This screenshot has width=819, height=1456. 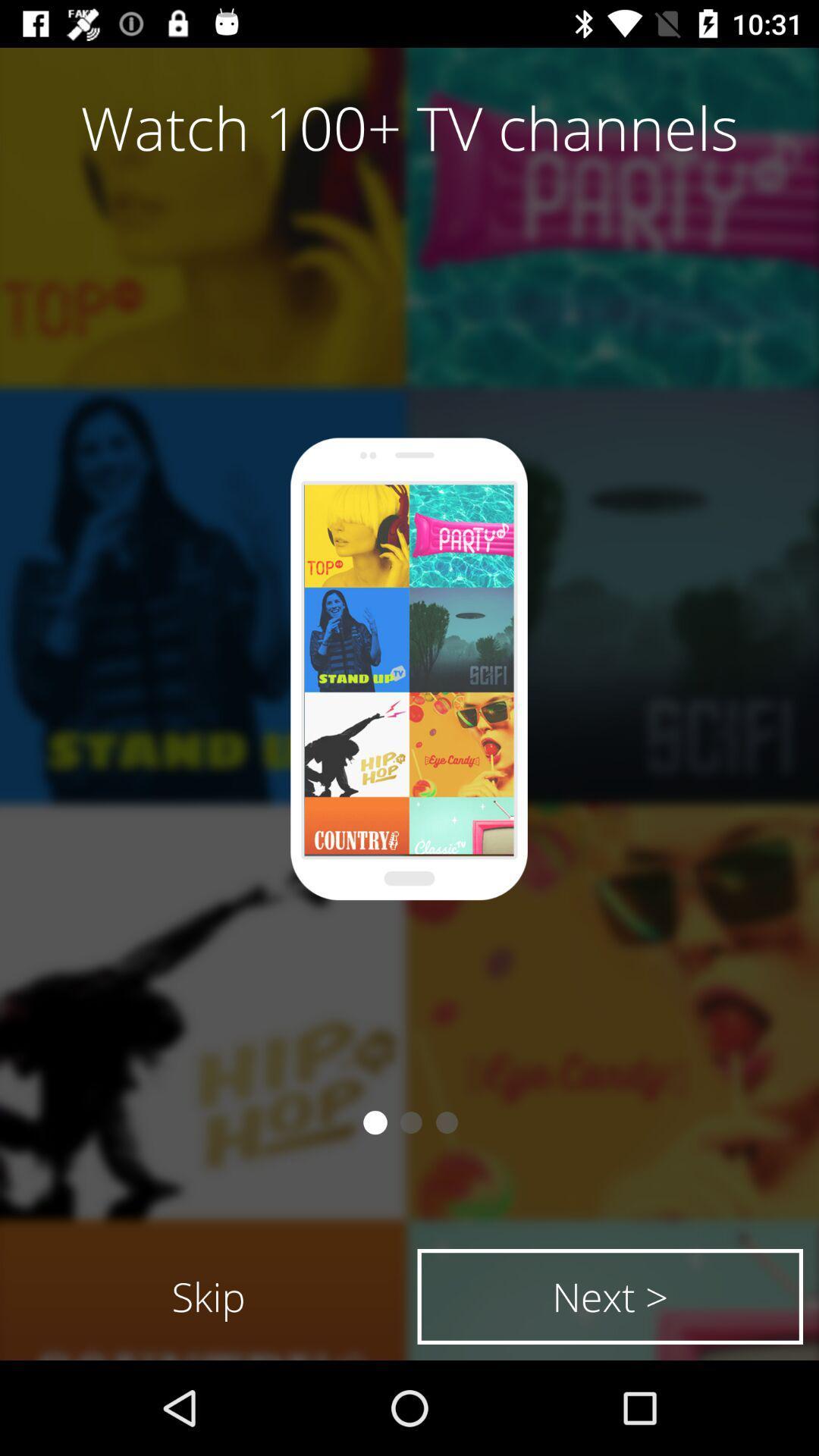 What do you see at coordinates (609, 1295) in the screenshot?
I see `icon to the right of the skip item` at bounding box center [609, 1295].